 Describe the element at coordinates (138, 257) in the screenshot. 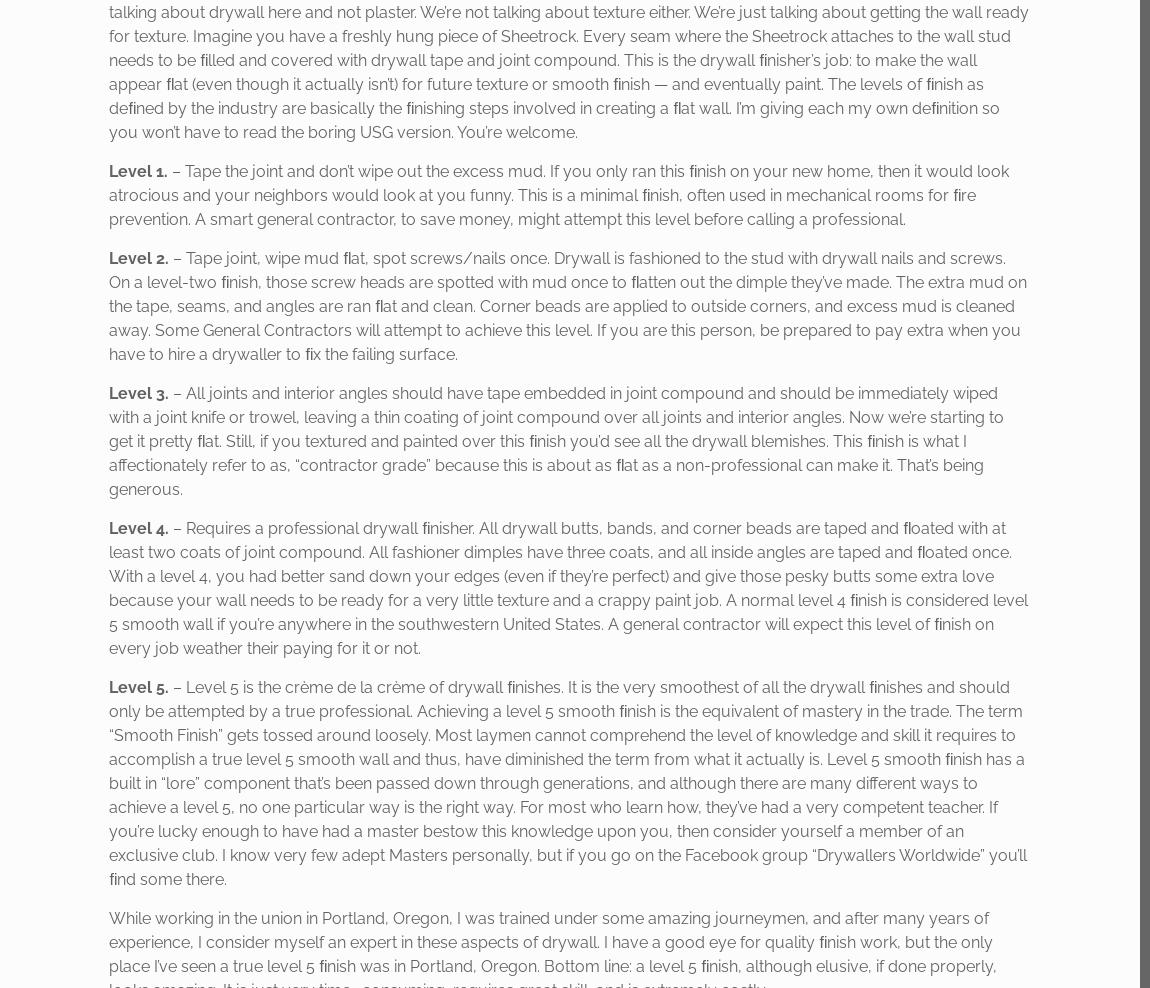

I see `'Level 2.'` at that location.